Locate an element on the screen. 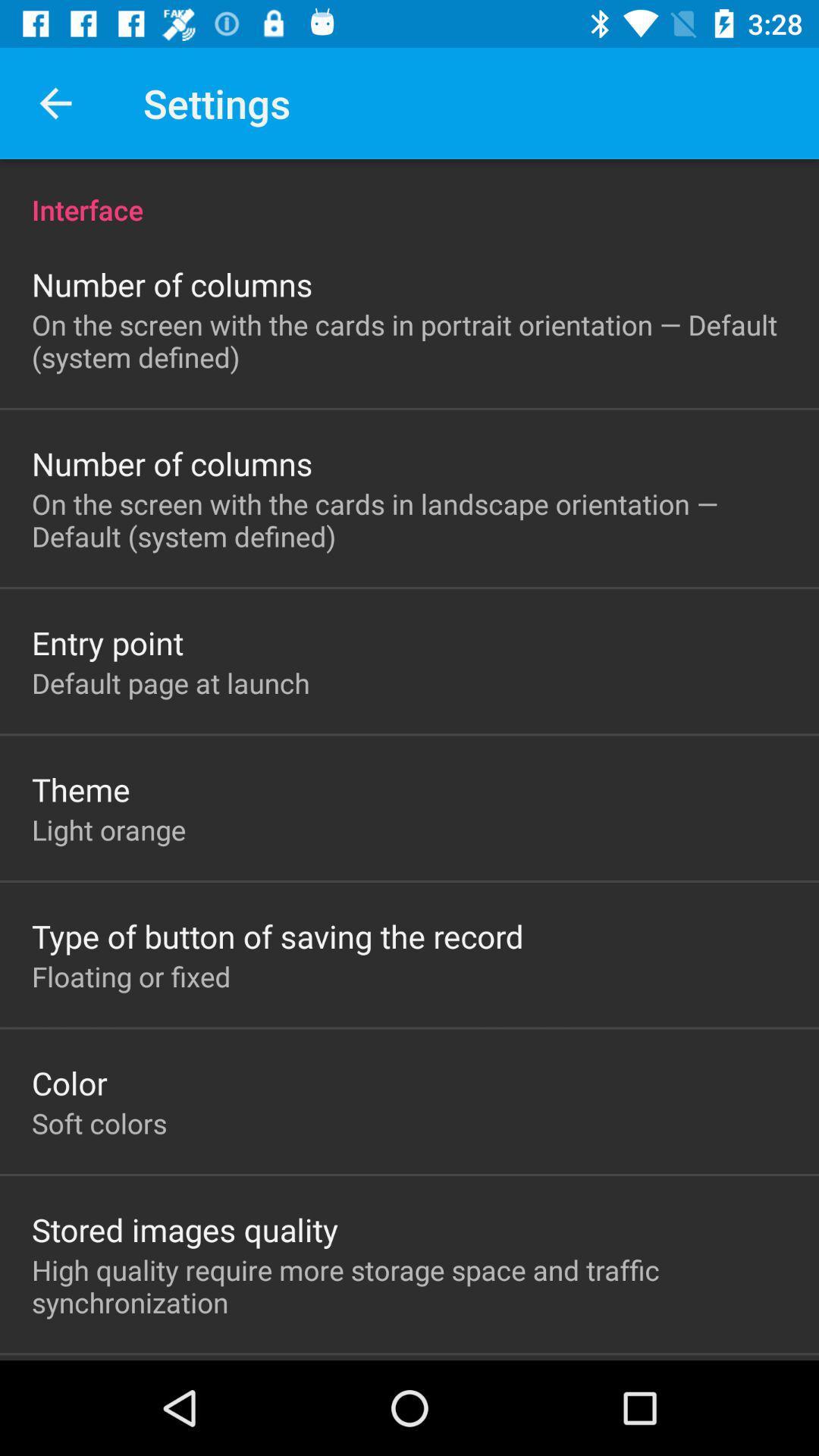 The height and width of the screenshot is (1456, 819). the item above interface is located at coordinates (55, 102).